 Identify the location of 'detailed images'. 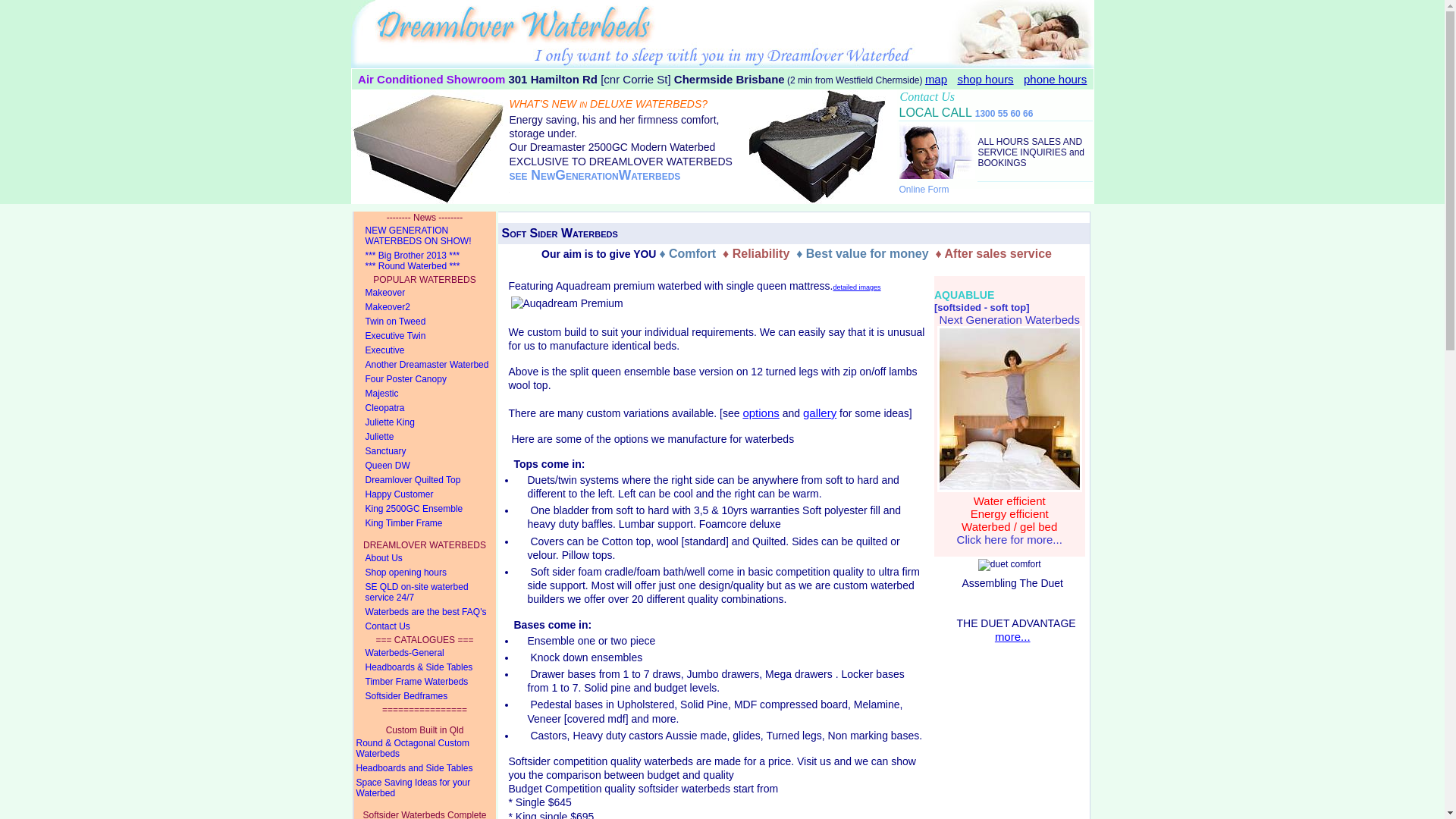
(832, 285).